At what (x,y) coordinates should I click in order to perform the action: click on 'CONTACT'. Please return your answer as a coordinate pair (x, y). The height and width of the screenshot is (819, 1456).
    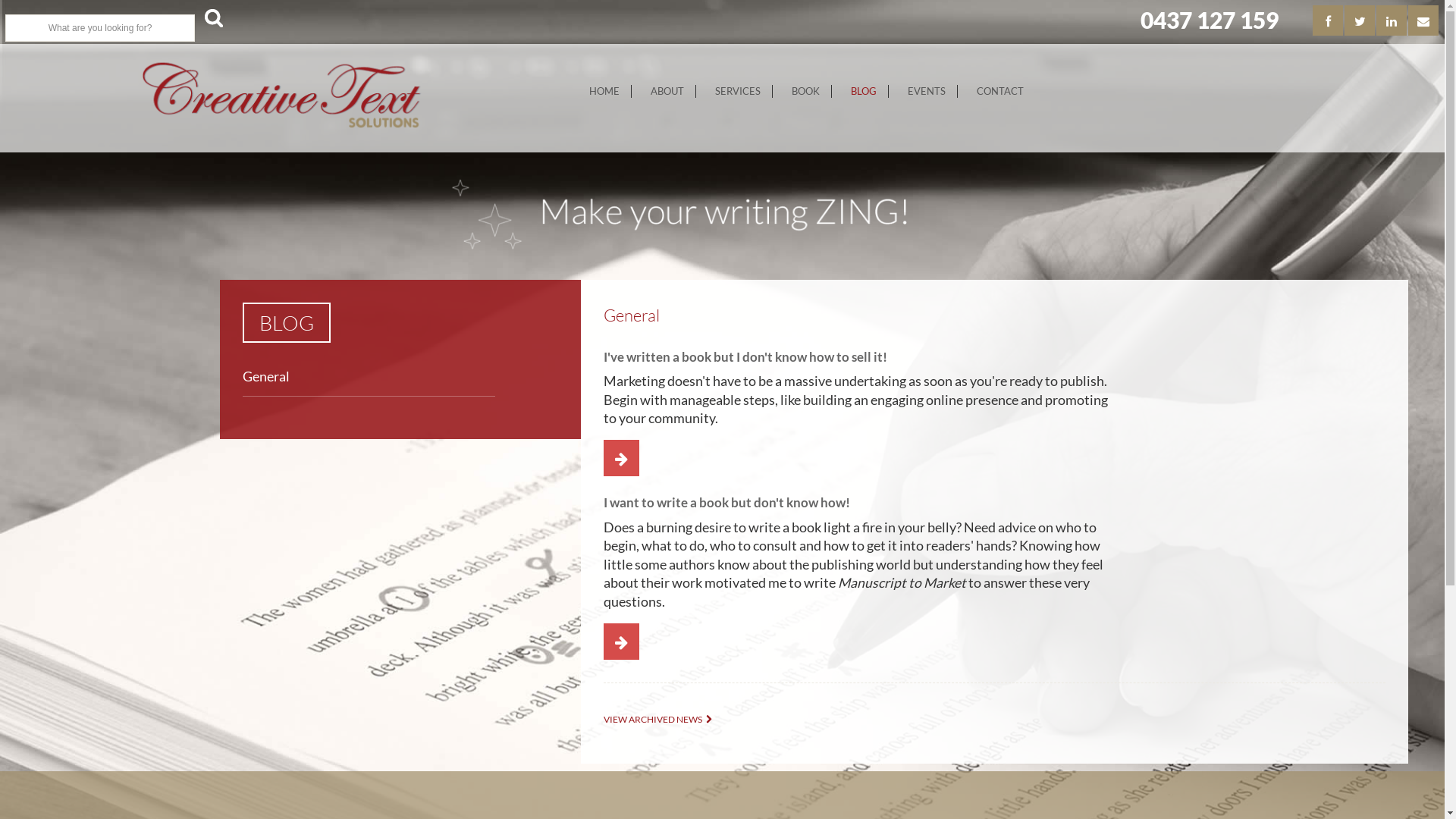
    Looking at the image, I should click on (1000, 91).